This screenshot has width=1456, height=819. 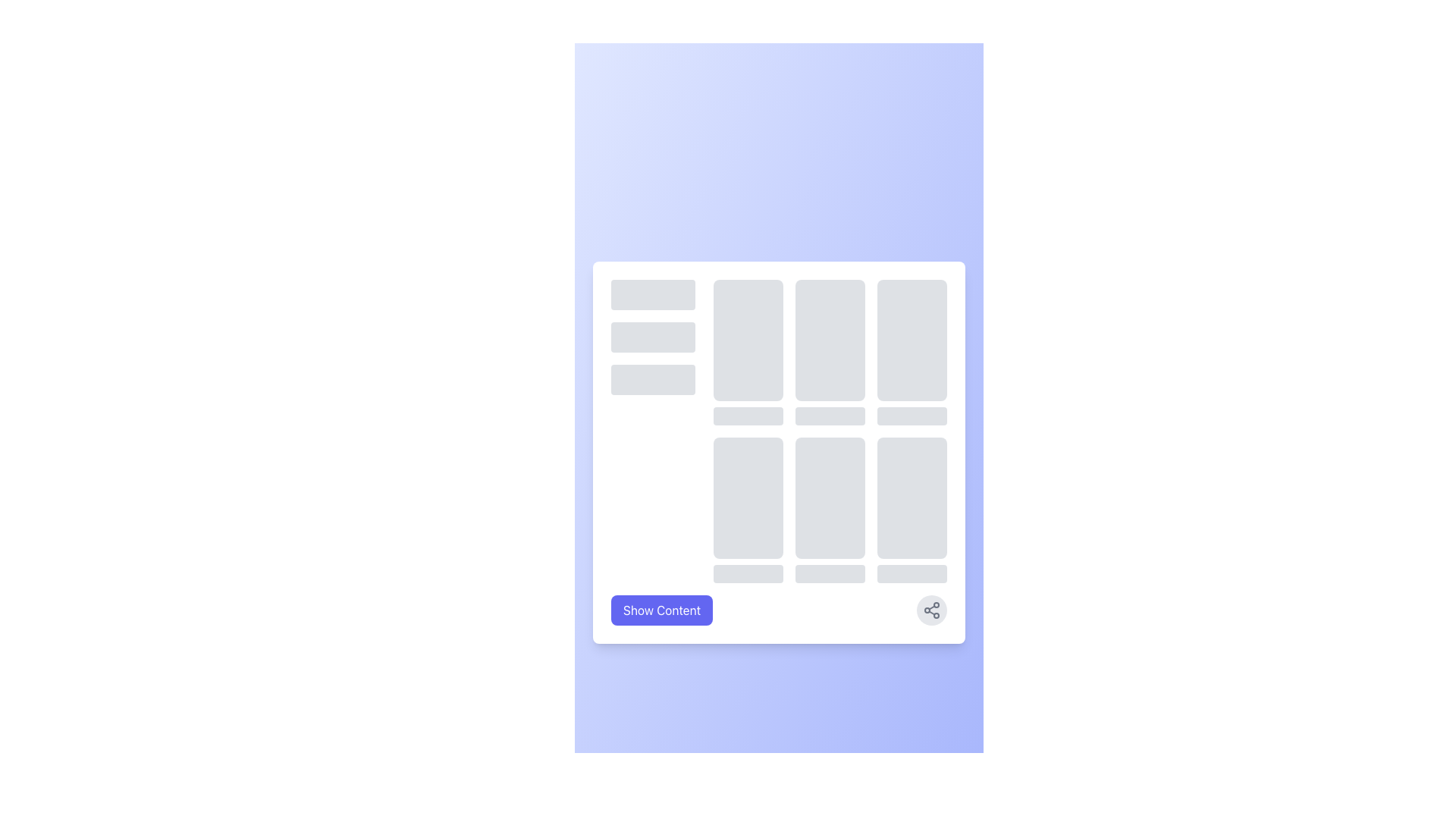 What do you see at coordinates (911, 510) in the screenshot?
I see `the card-like UI component located in the bottom-right of a grid layout, which has a larger gray section at the top and a smaller gray section at the bottom with rounded corners` at bounding box center [911, 510].